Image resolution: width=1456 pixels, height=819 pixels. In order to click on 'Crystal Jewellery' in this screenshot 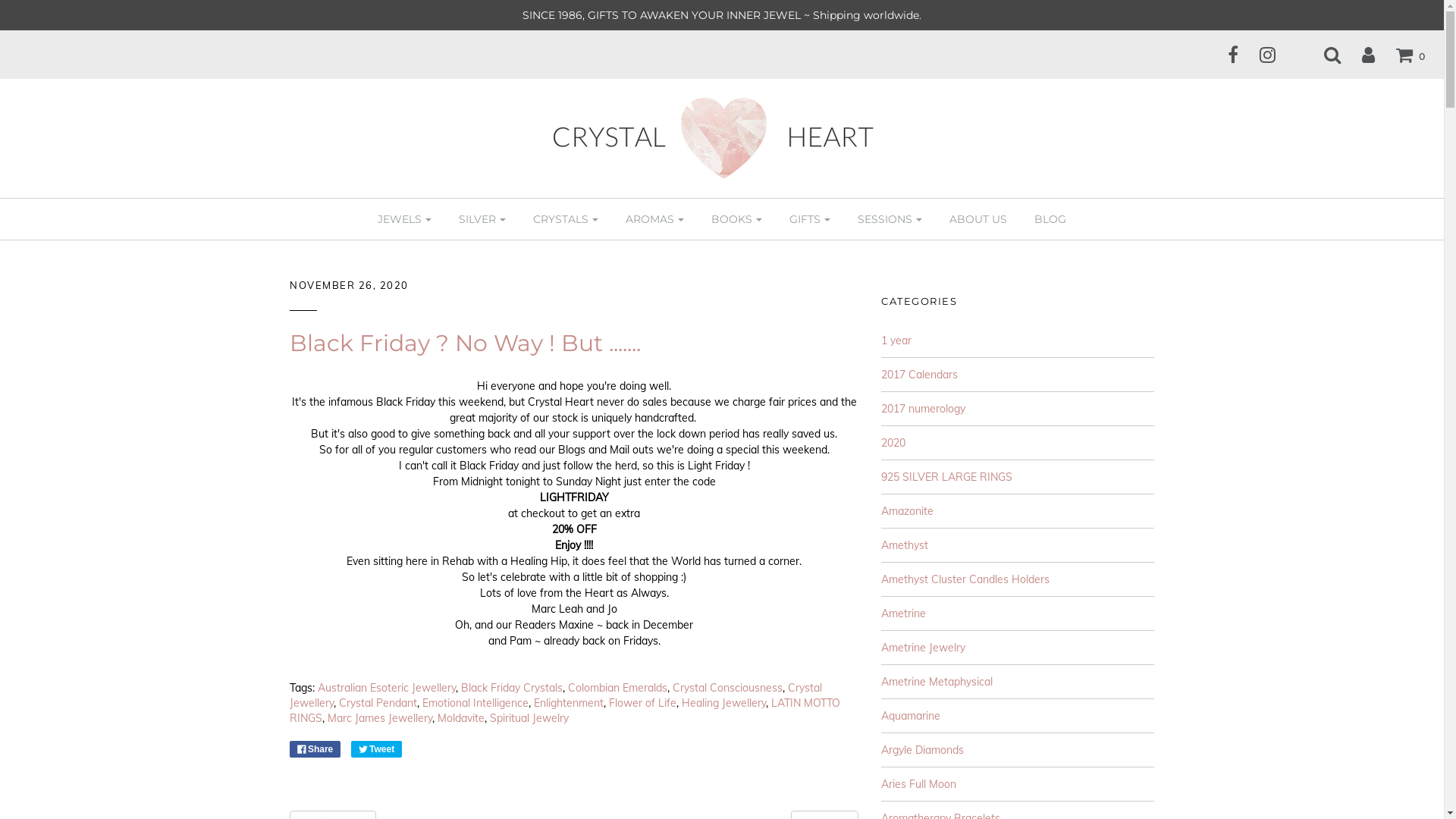, I will do `click(290, 695)`.